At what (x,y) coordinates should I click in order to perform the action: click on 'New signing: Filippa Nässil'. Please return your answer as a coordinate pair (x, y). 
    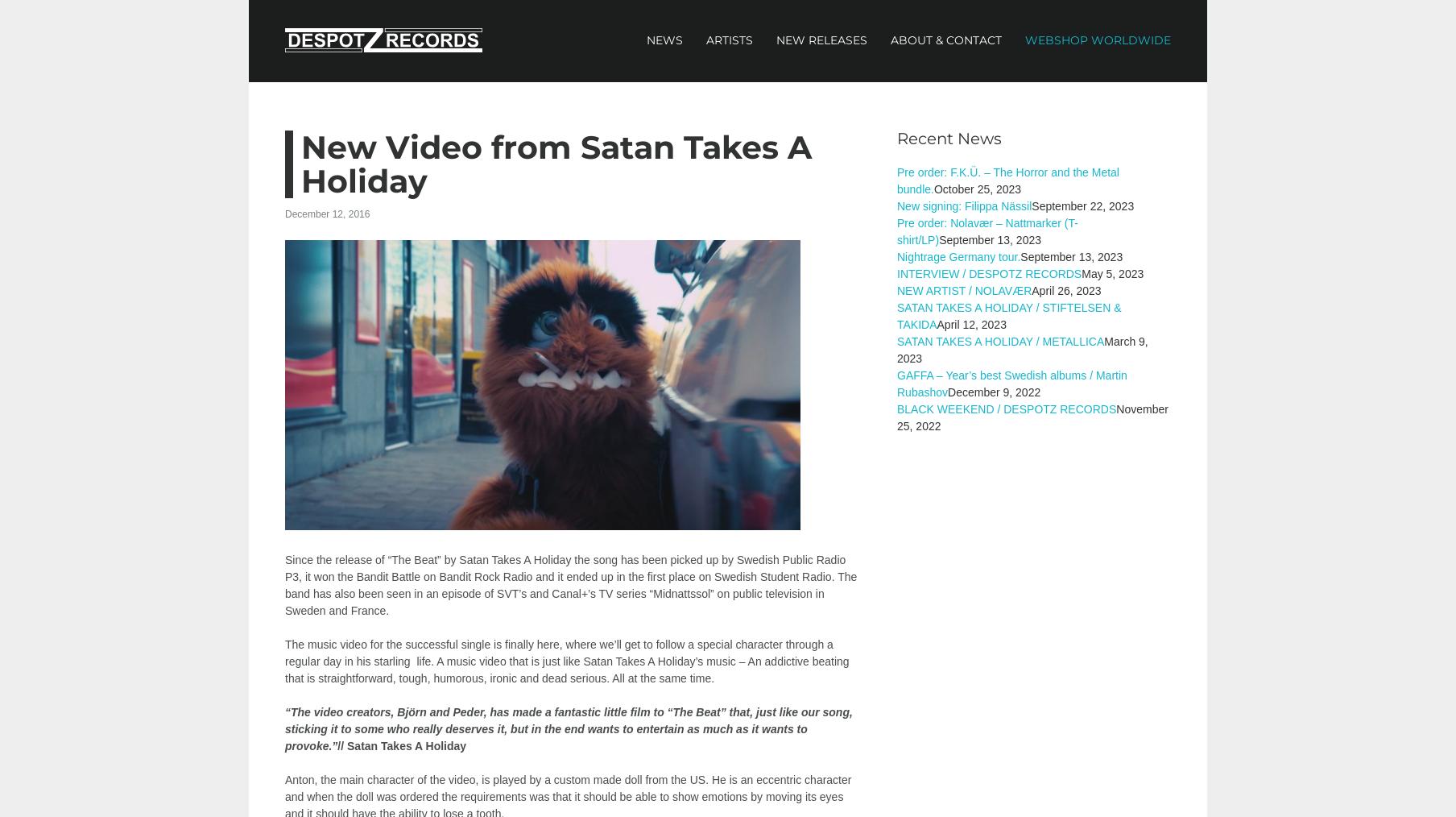
    Looking at the image, I should click on (963, 206).